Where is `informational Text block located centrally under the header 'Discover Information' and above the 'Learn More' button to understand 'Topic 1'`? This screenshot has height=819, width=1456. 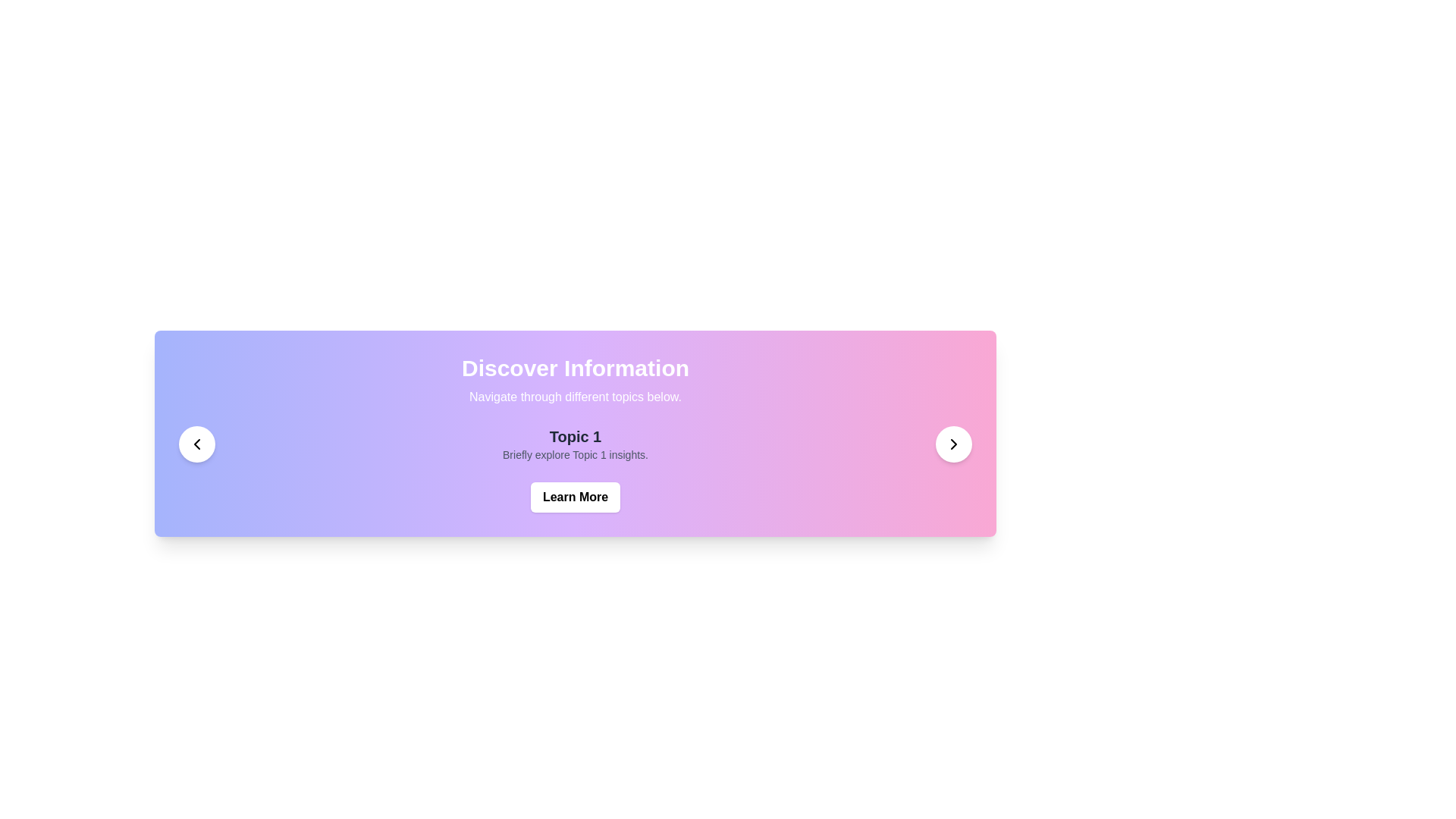 informational Text block located centrally under the header 'Discover Information' and above the 'Learn More' button to understand 'Topic 1' is located at coordinates (574, 444).